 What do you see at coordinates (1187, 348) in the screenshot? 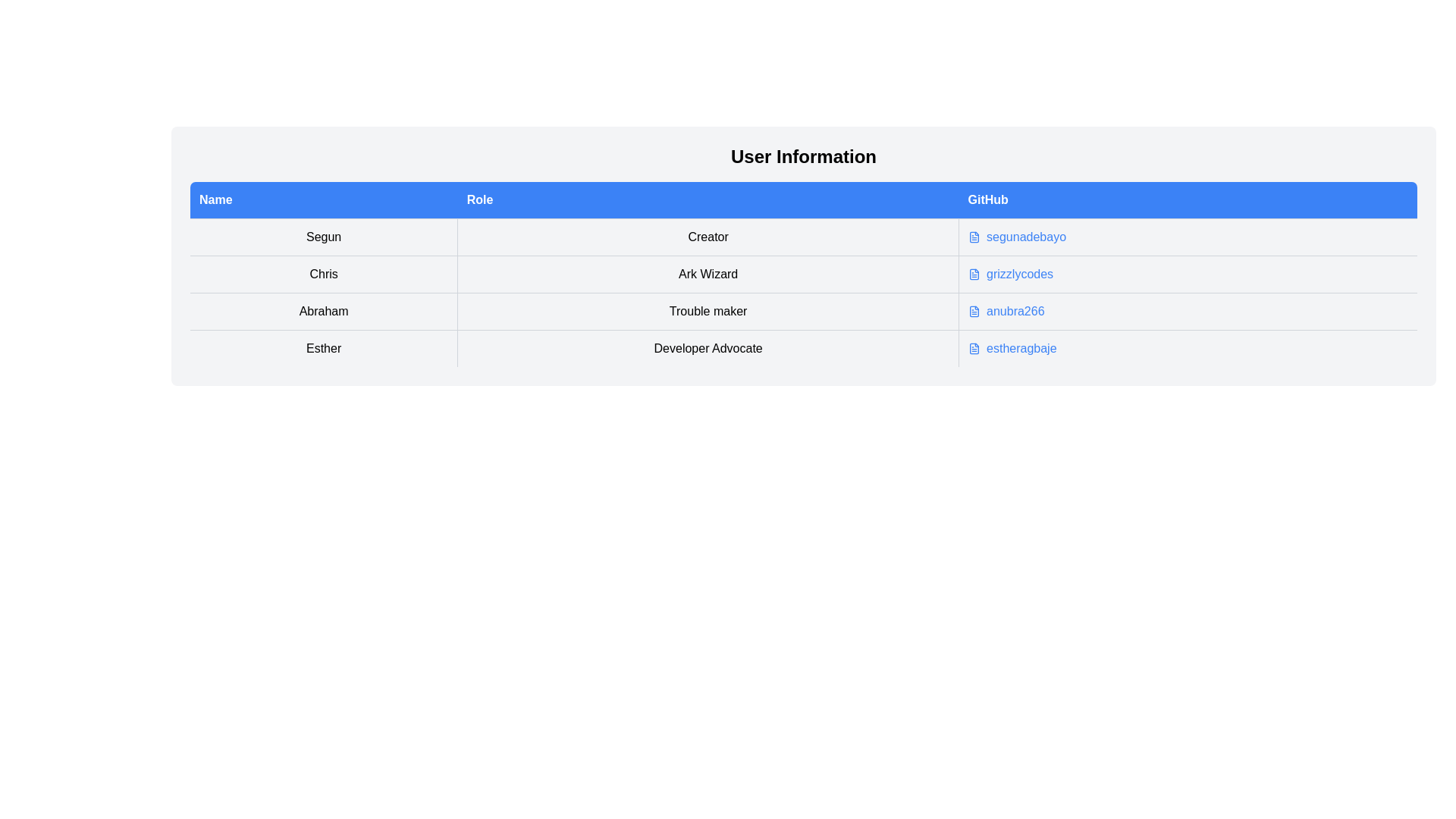
I see `the hyperlink` at bounding box center [1187, 348].